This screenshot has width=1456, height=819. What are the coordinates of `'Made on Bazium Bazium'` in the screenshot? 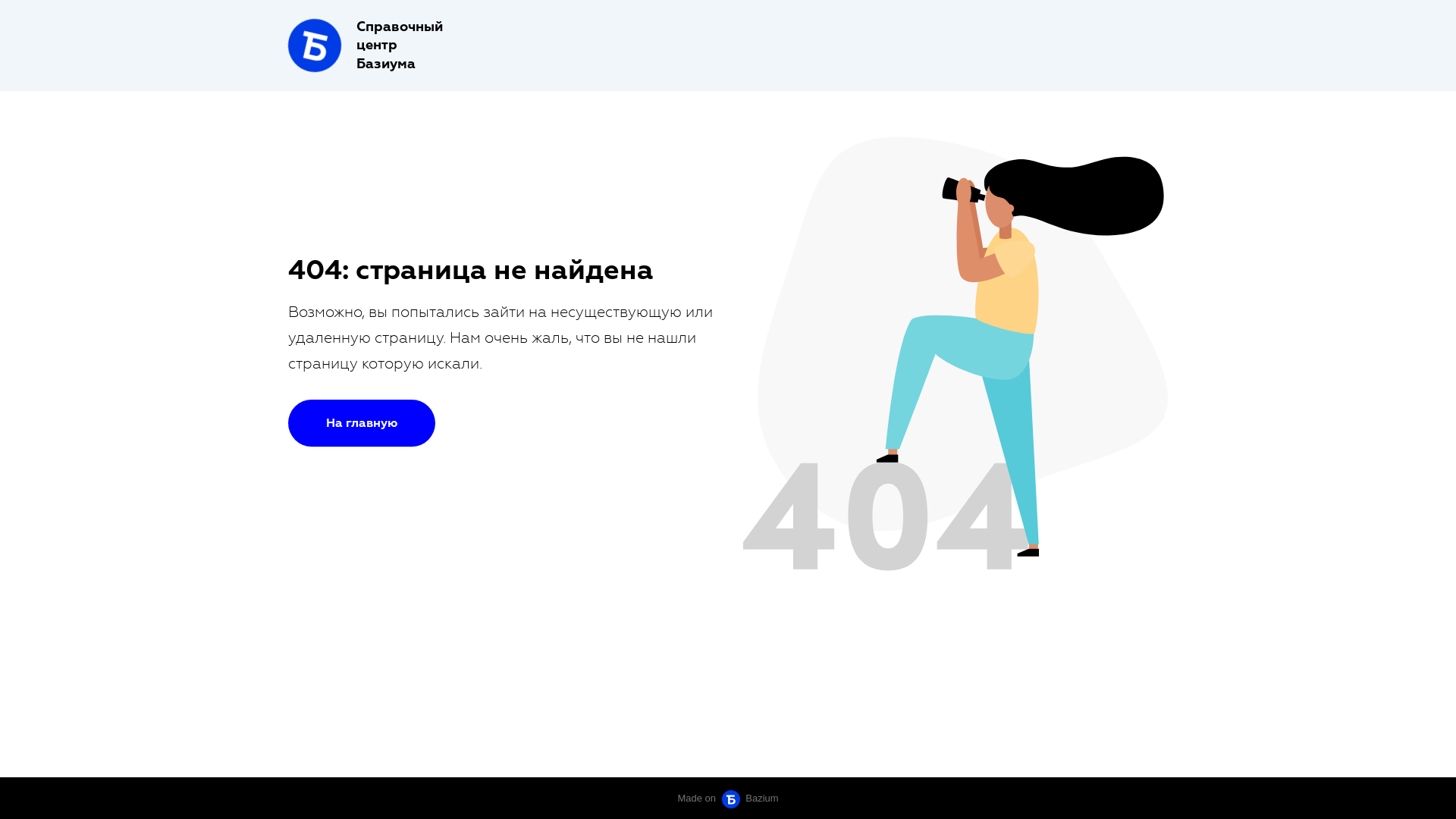 It's located at (726, 797).